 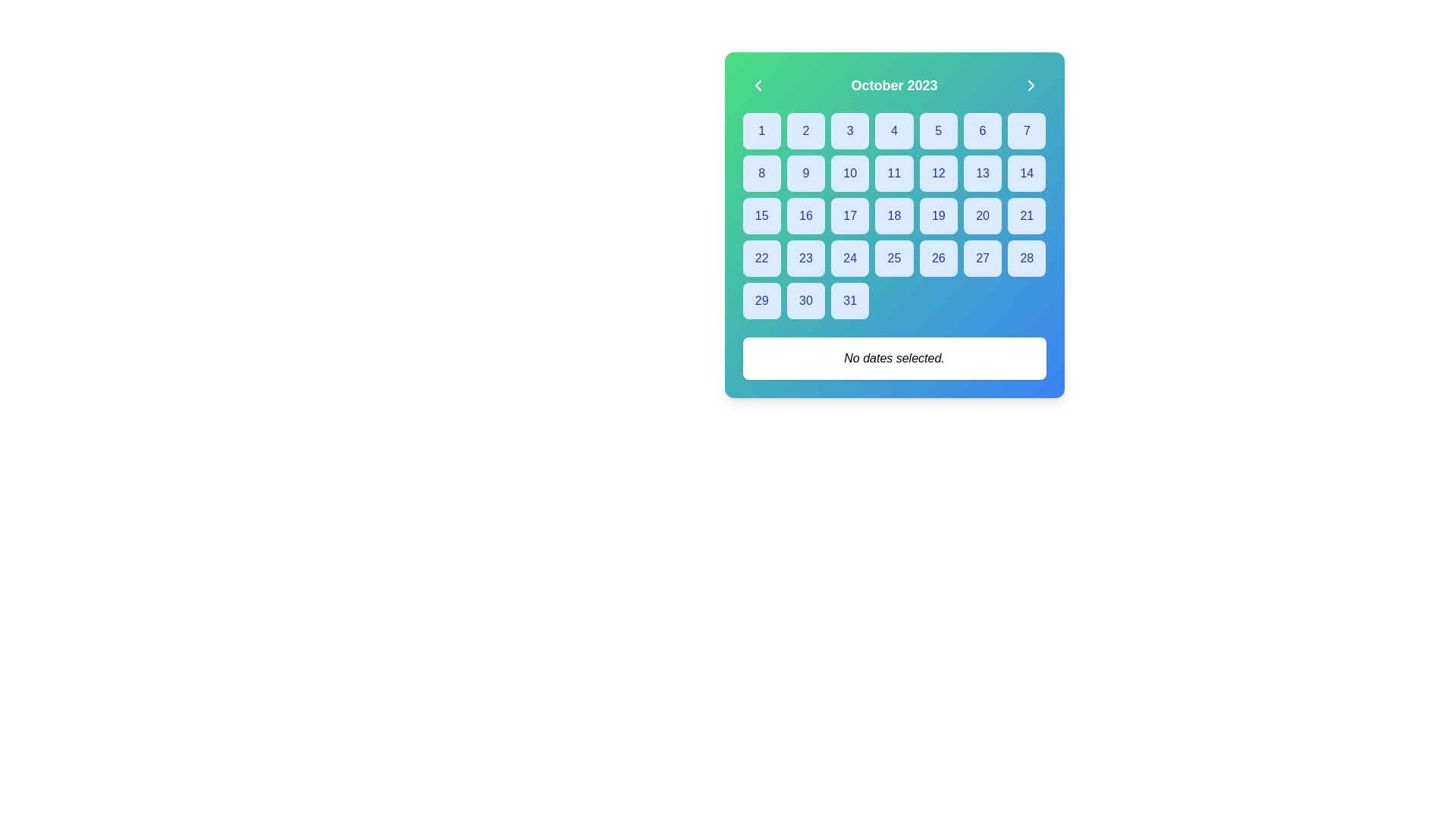 I want to click on a day in the calendar grid, so click(x=894, y=216).